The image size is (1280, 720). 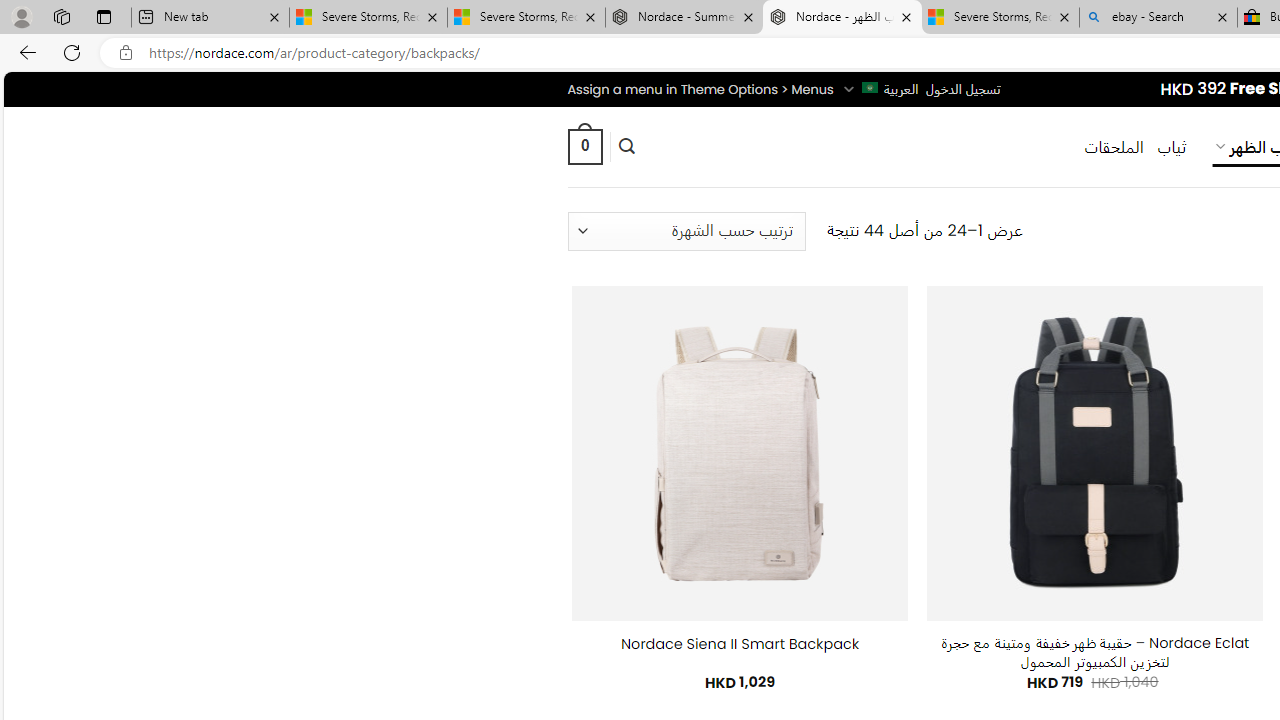 I want to click on 'ebay - Search', so click(x=1158, y=17).